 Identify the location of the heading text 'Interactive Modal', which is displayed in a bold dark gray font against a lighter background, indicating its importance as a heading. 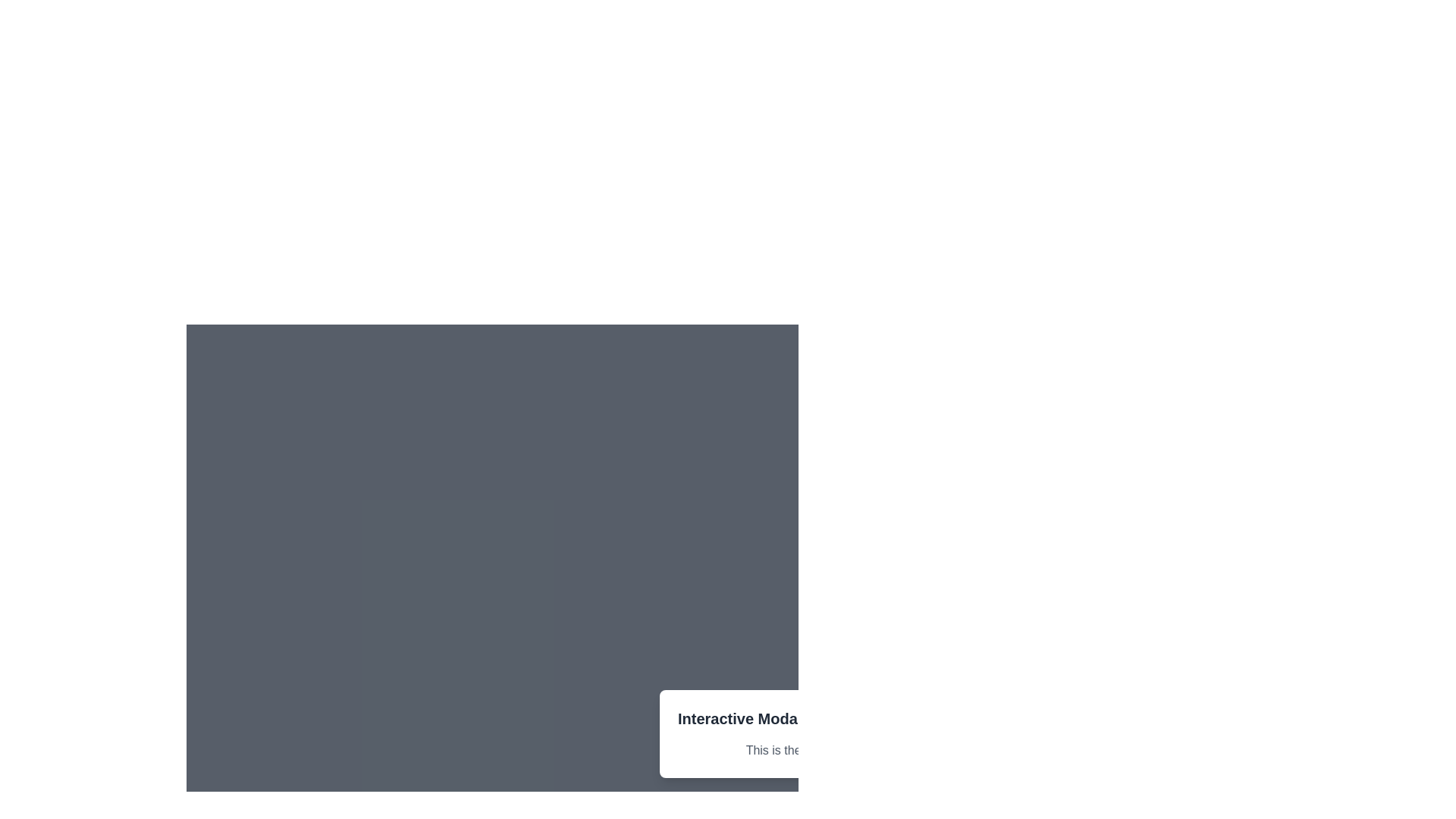
(739, 718).